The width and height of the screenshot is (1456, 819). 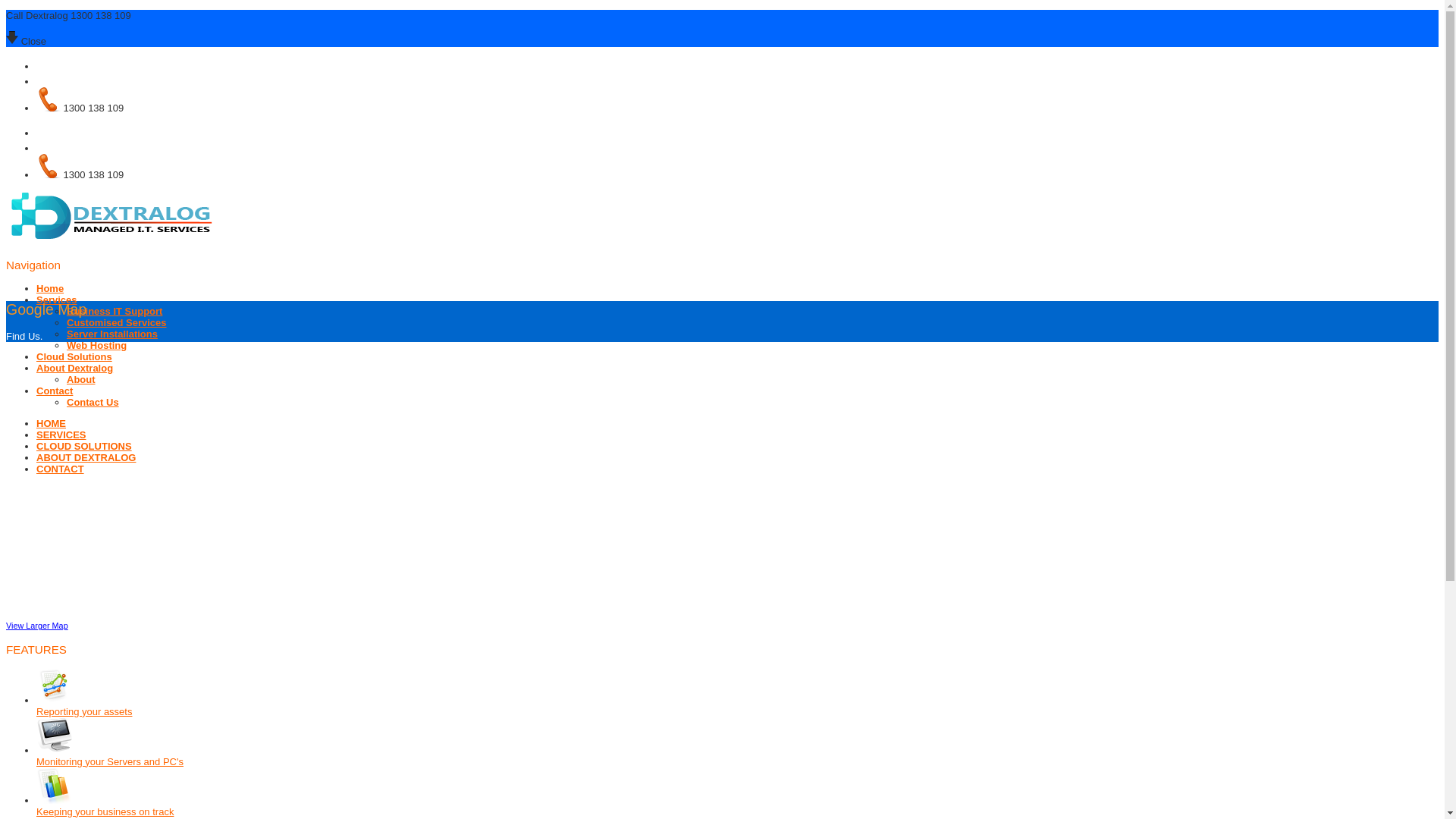 I want to click on 'Home', so click(x=50, y=288).